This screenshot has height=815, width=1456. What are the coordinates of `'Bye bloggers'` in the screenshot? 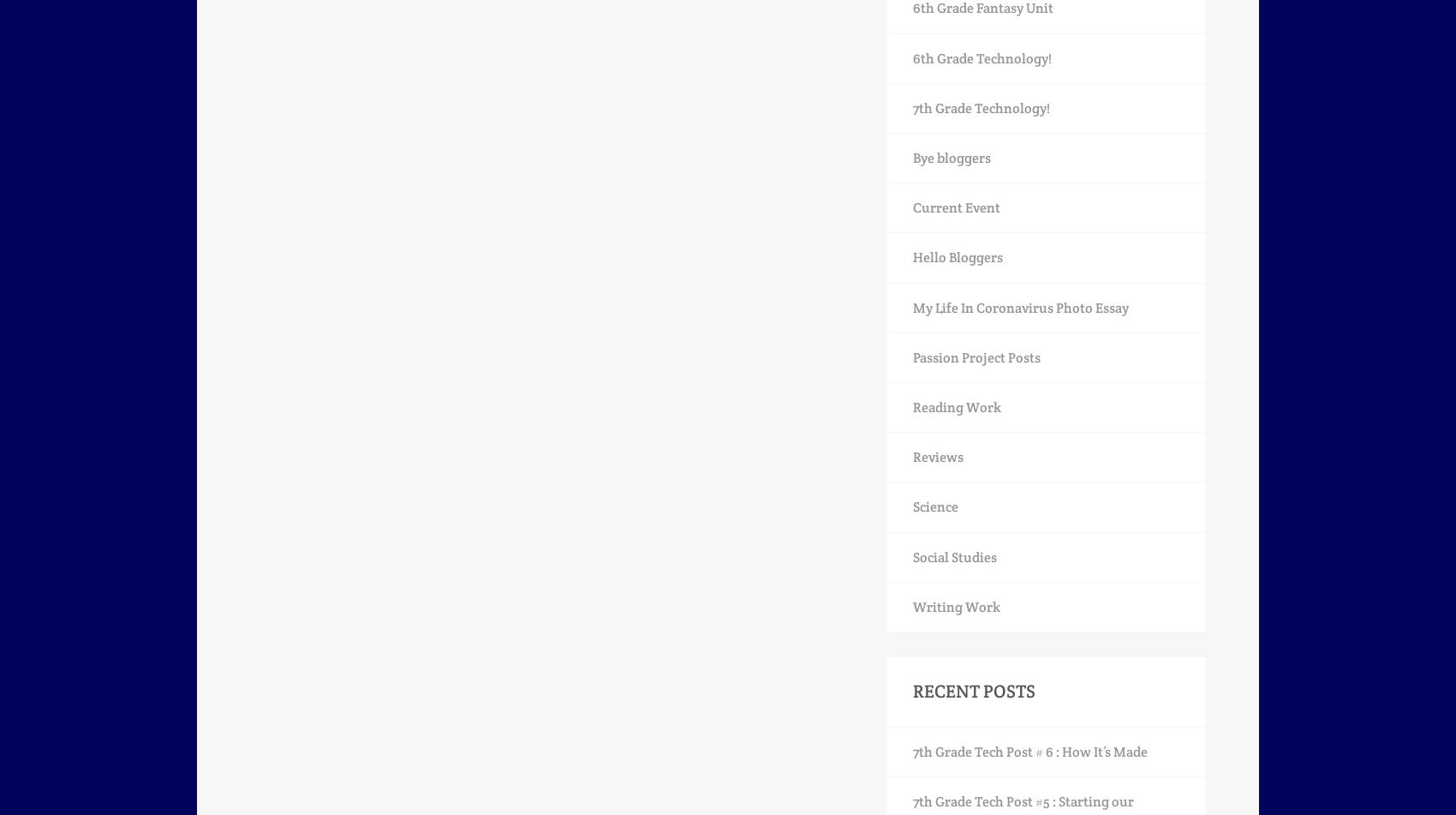 It's located at (952, 158).